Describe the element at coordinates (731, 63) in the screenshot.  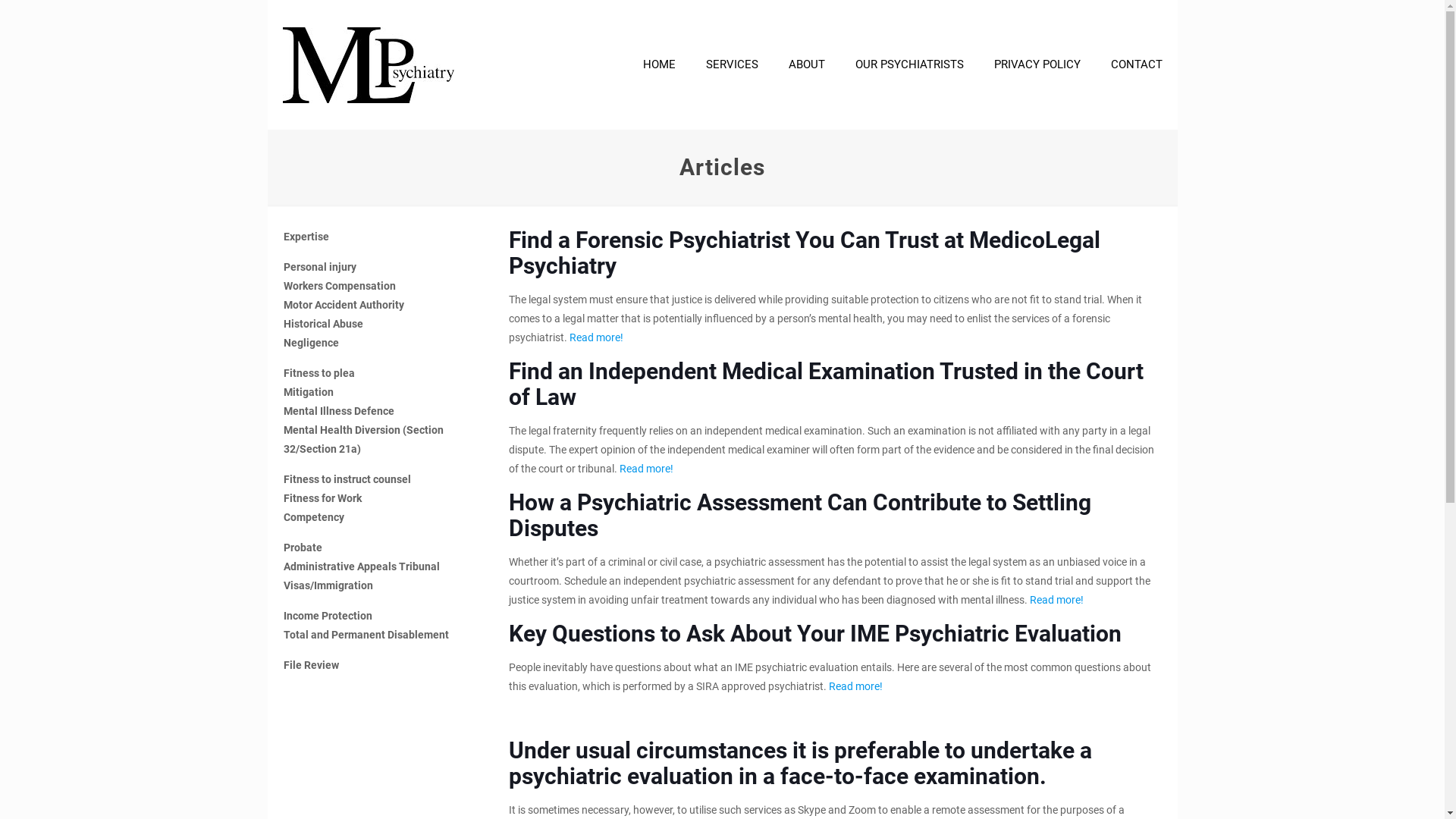
I see `'SERVICES'` at that location.